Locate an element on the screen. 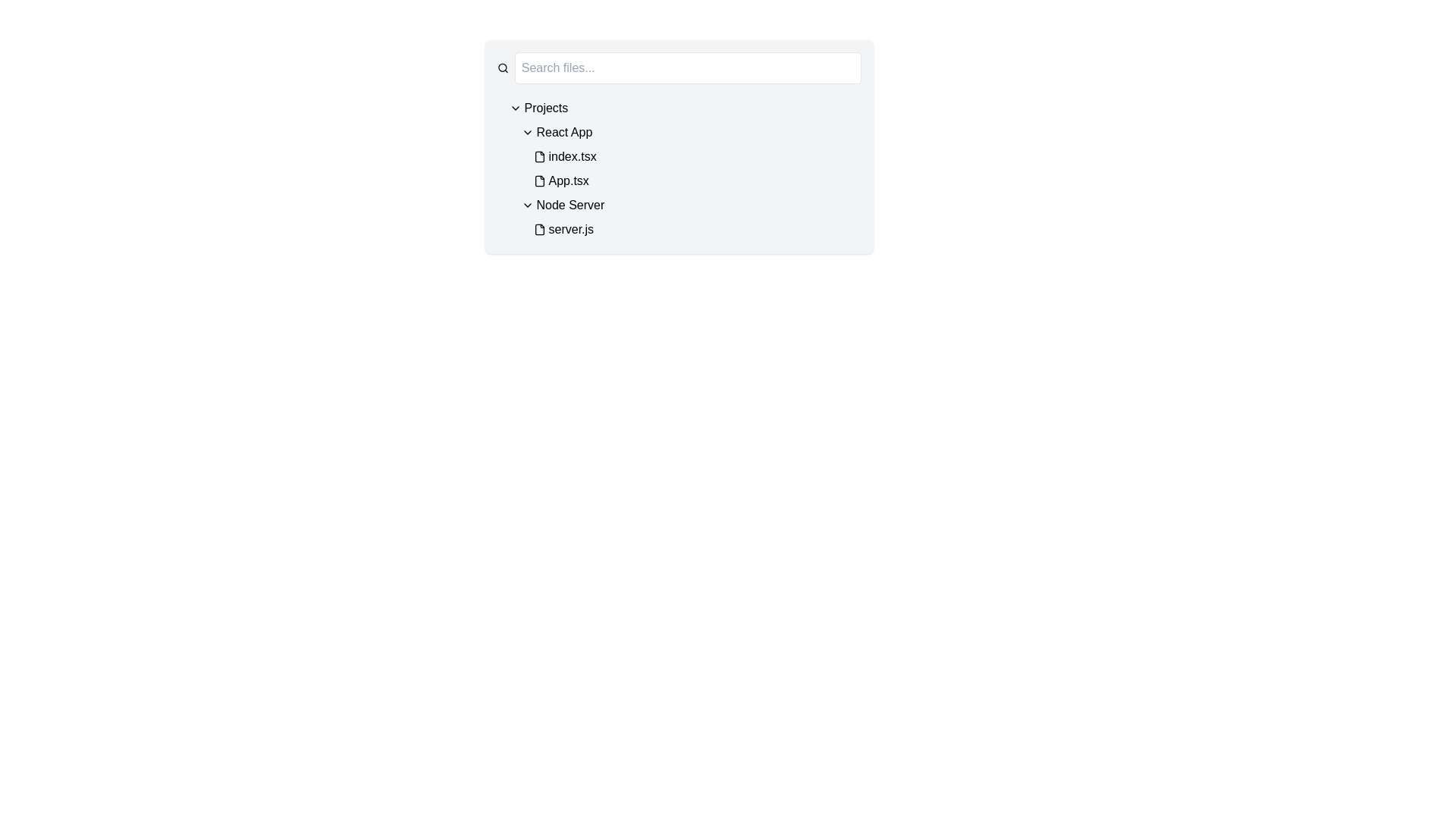 This screenshot has width=1456, height=819. the Text Label in the File Tree that is positioned under the 'React App' folder, directly below 'App.tsx' and above 'server.js' is located at coordinates (570, 205).